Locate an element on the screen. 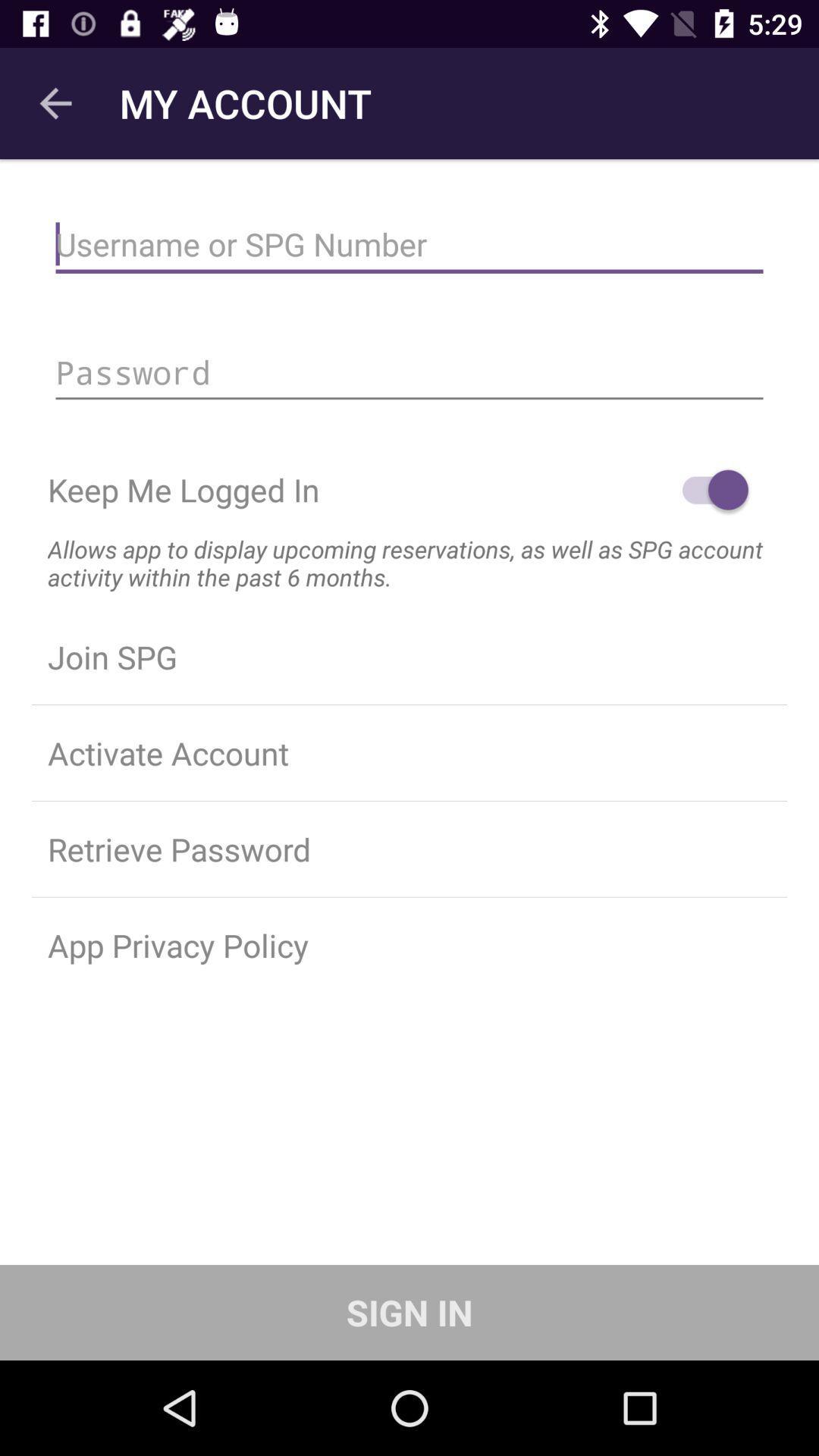 The height and width of the screenshot is (1456, 819). icon below the app privacy policy icon is located at coordinates (409, 1312).